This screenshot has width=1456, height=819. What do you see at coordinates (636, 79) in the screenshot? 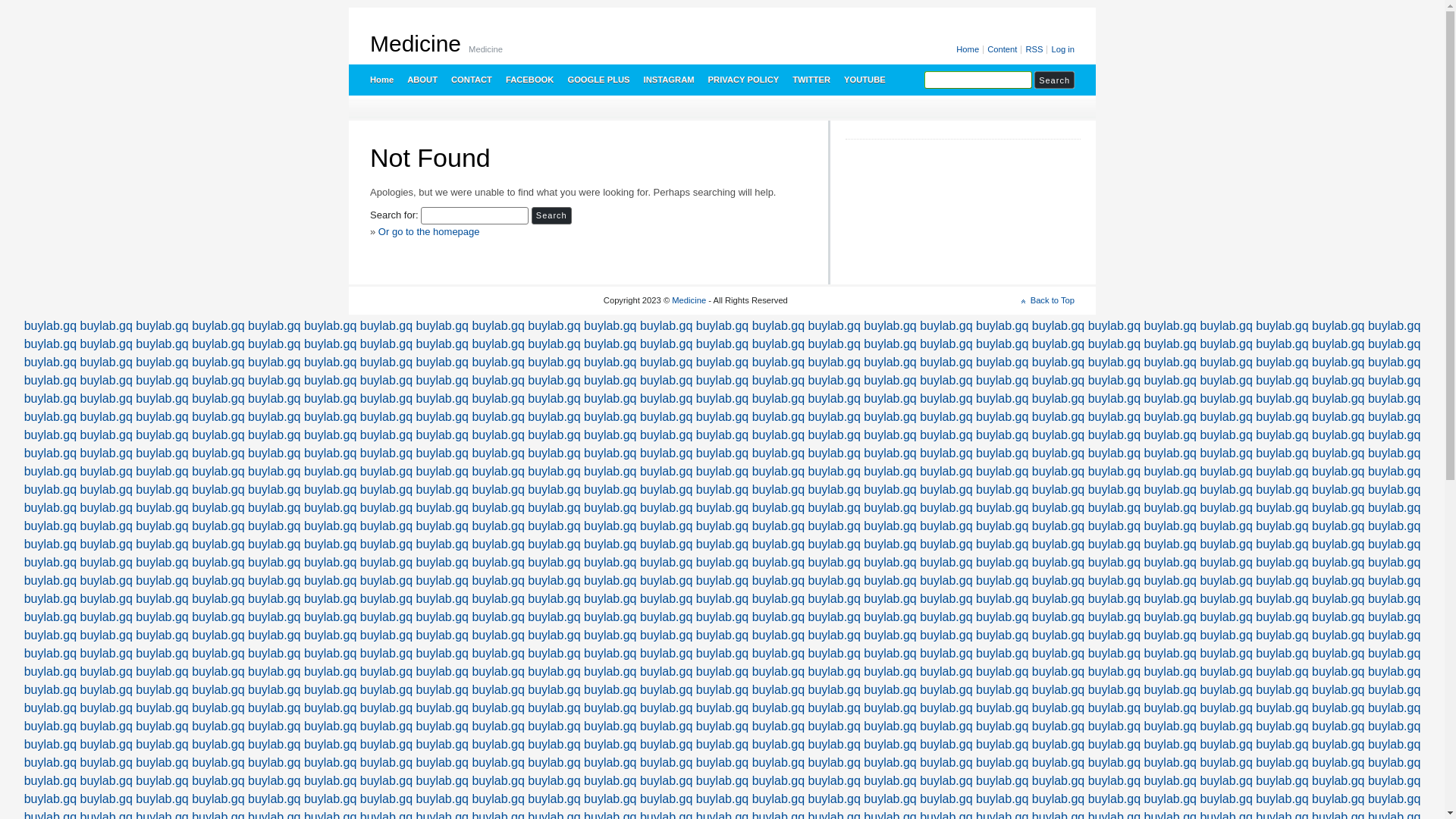
I see `'INSTAGRAM'` at bounding box center [636, 79].